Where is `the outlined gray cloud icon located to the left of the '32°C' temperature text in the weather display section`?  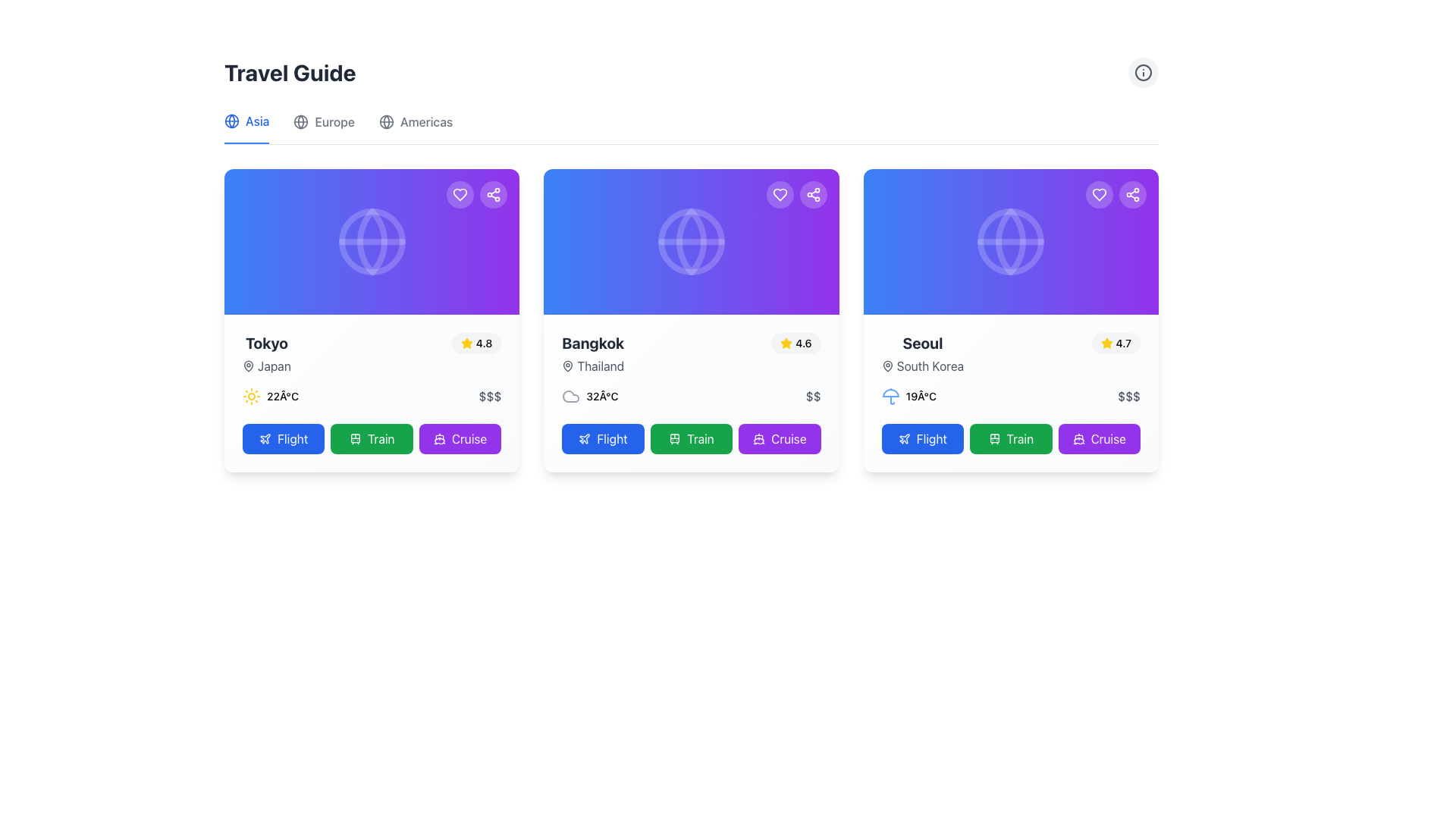 the outlined gray cloud icon located to the left of the '32°C' temperature text in the weather display section is located at coordinates (570, 396).